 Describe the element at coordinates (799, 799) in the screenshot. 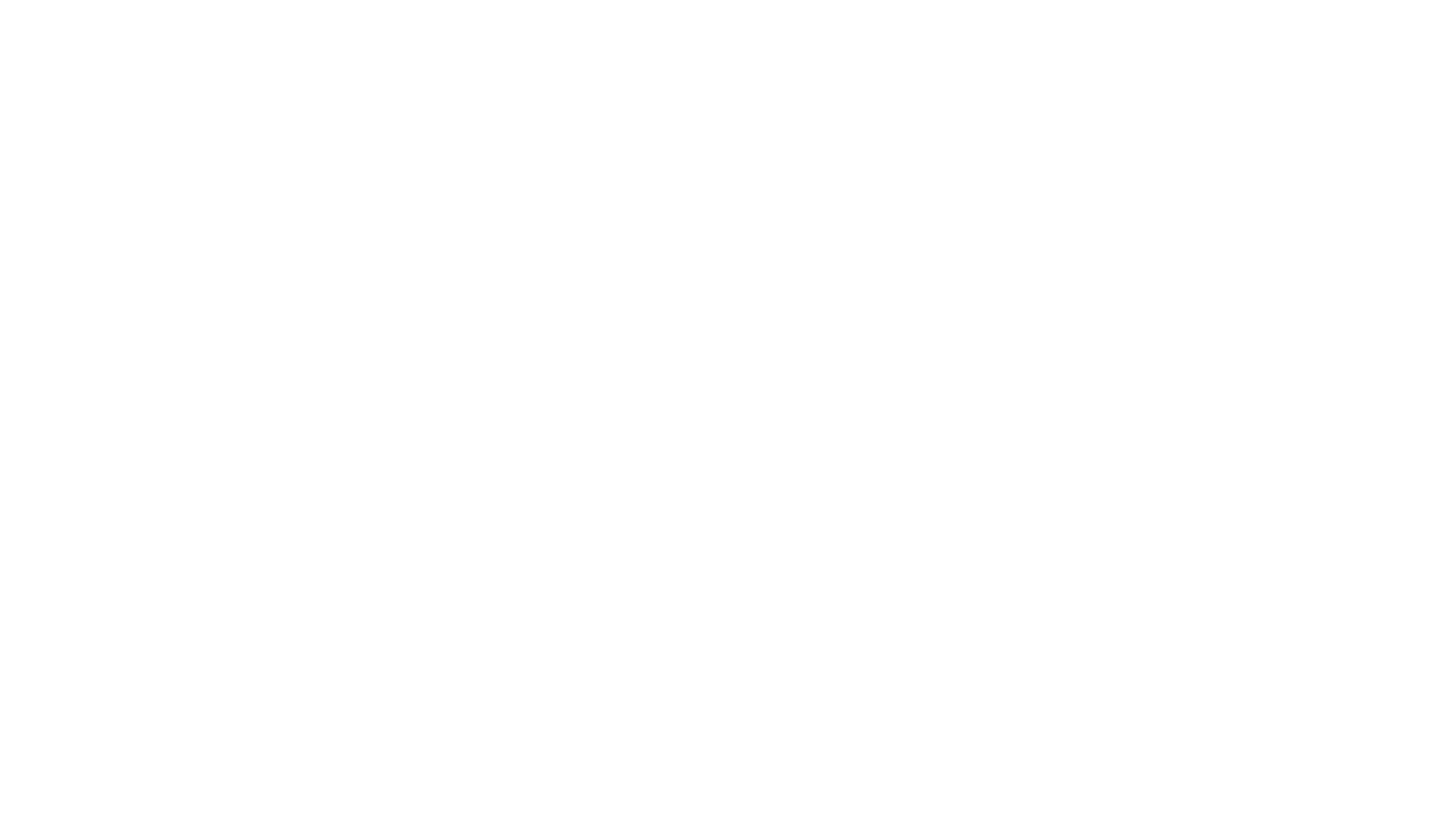

I see `'Cloudflare'` at that location.